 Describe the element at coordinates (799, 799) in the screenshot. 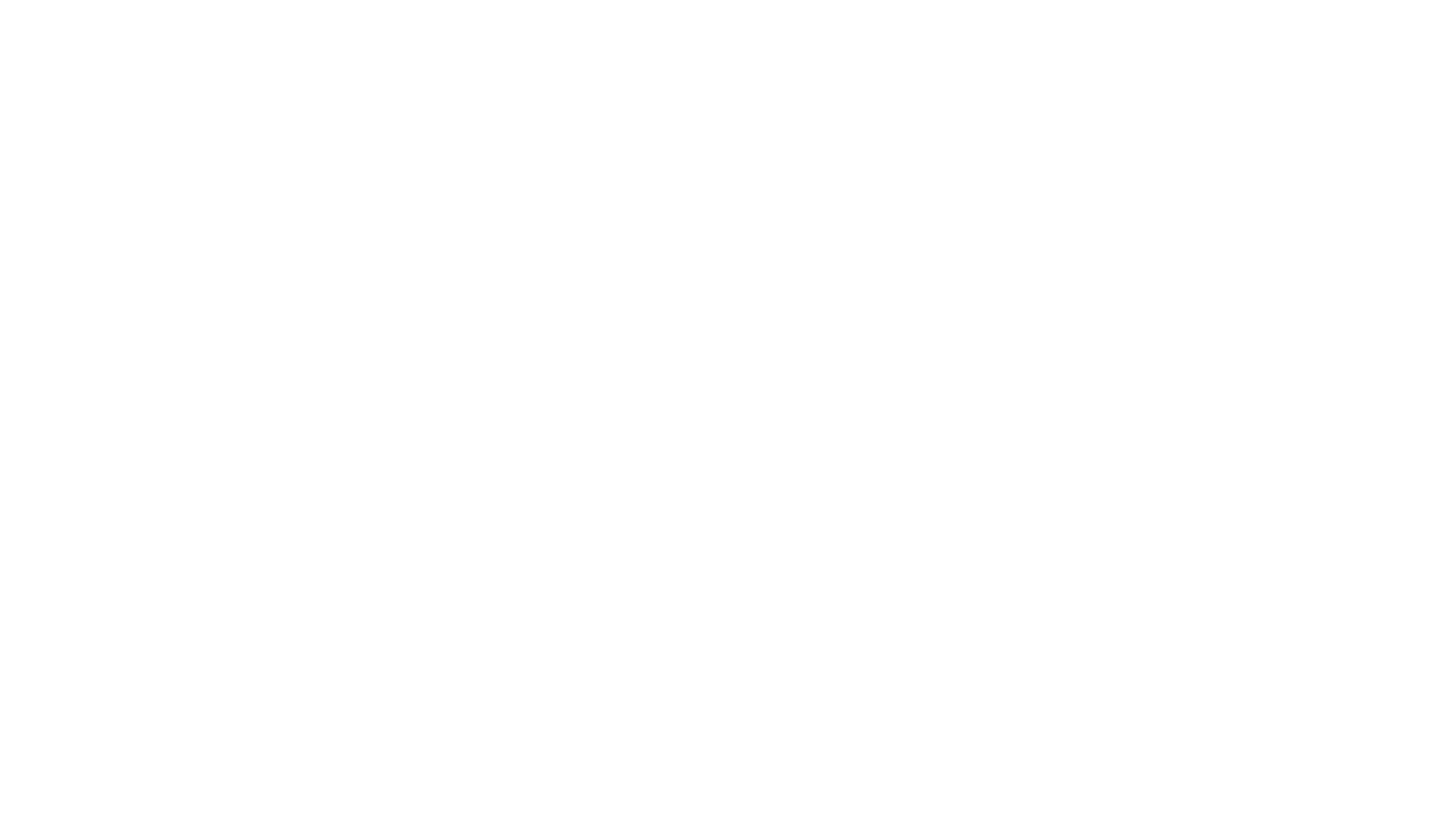

I see `'Cloudflare'` at that location.